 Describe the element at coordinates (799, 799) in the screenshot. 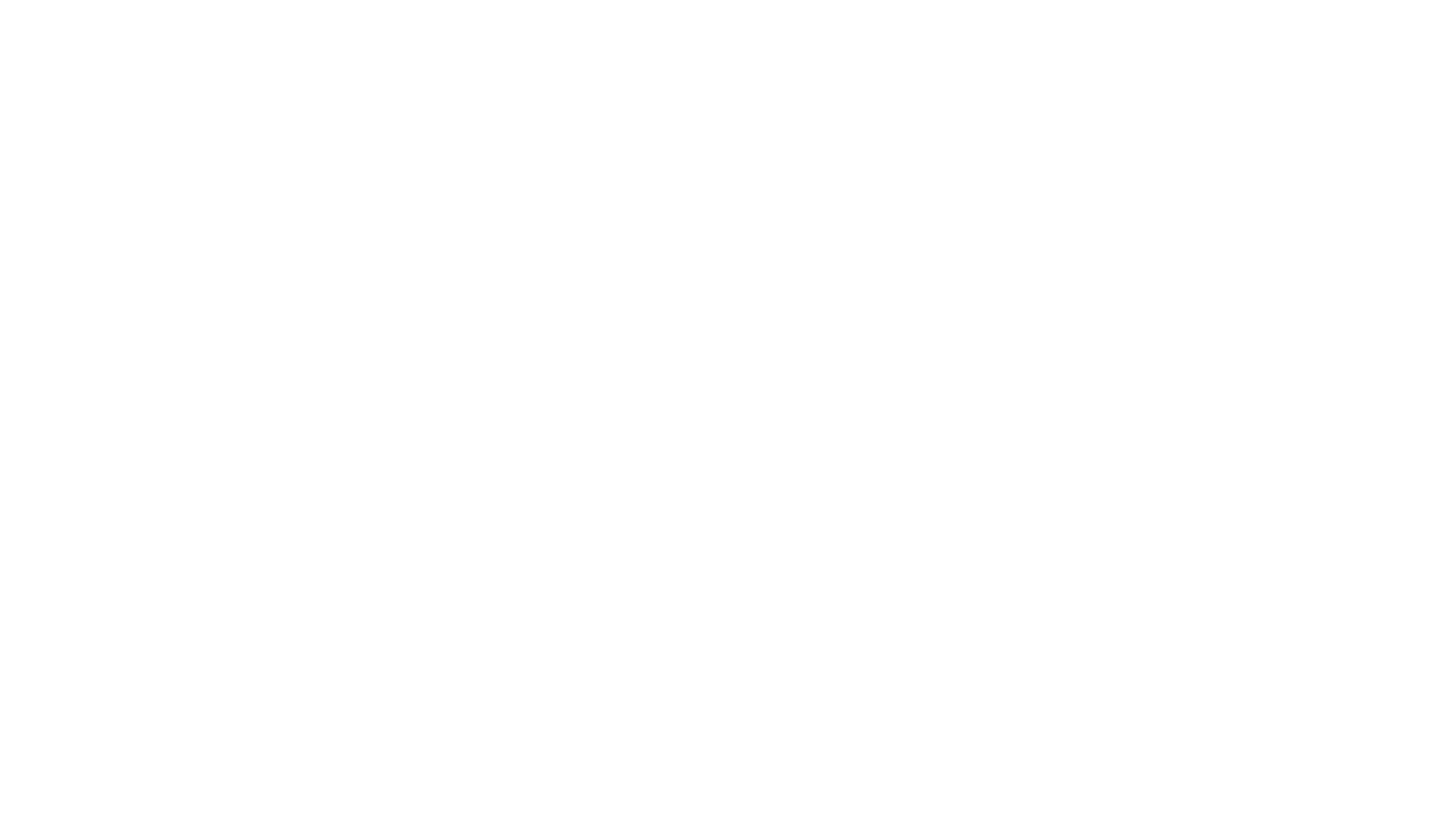

I see `'Cloudflare'` at that location.